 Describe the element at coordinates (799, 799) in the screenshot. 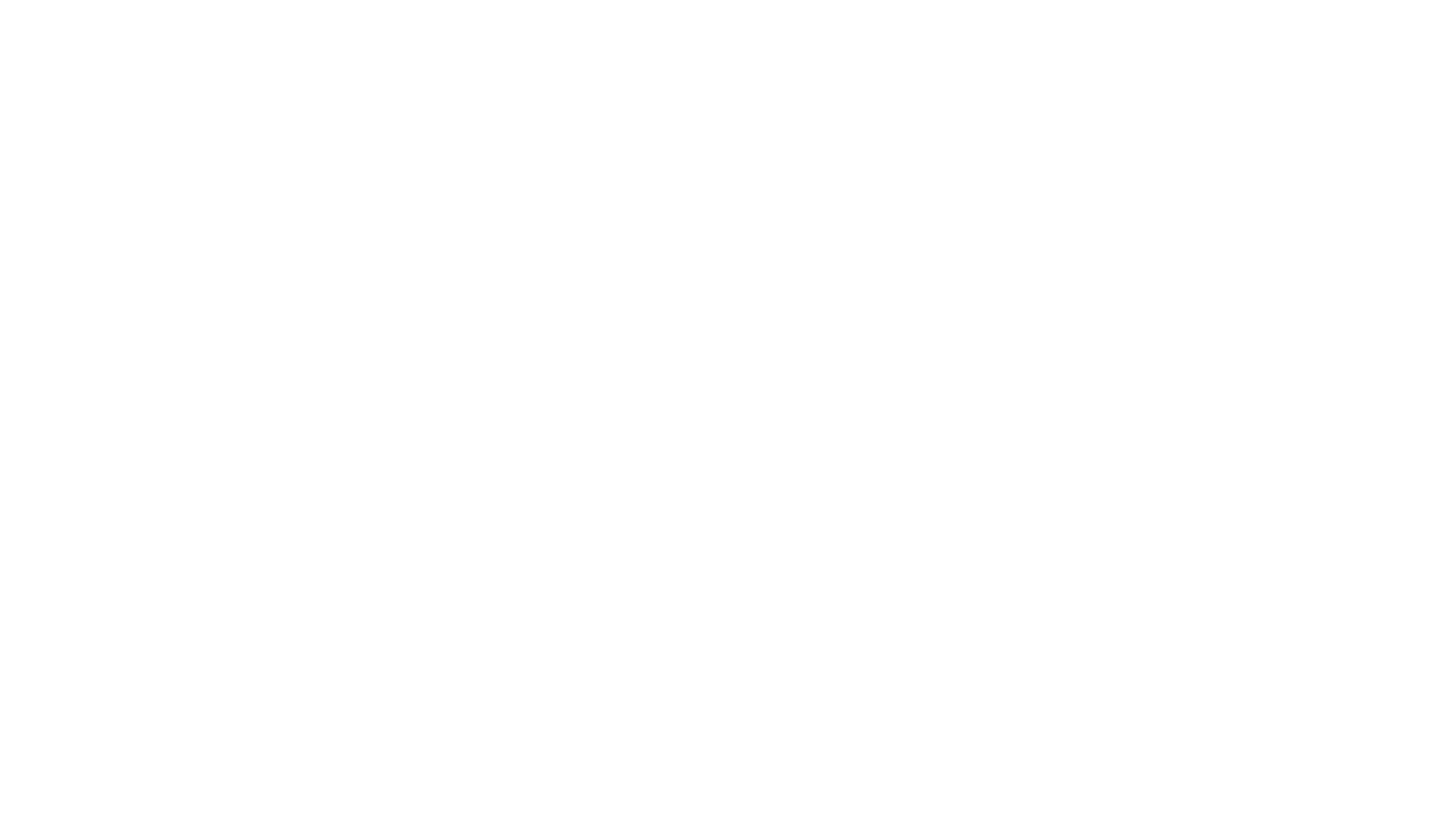

I see `'Cloudflare'` at that location.